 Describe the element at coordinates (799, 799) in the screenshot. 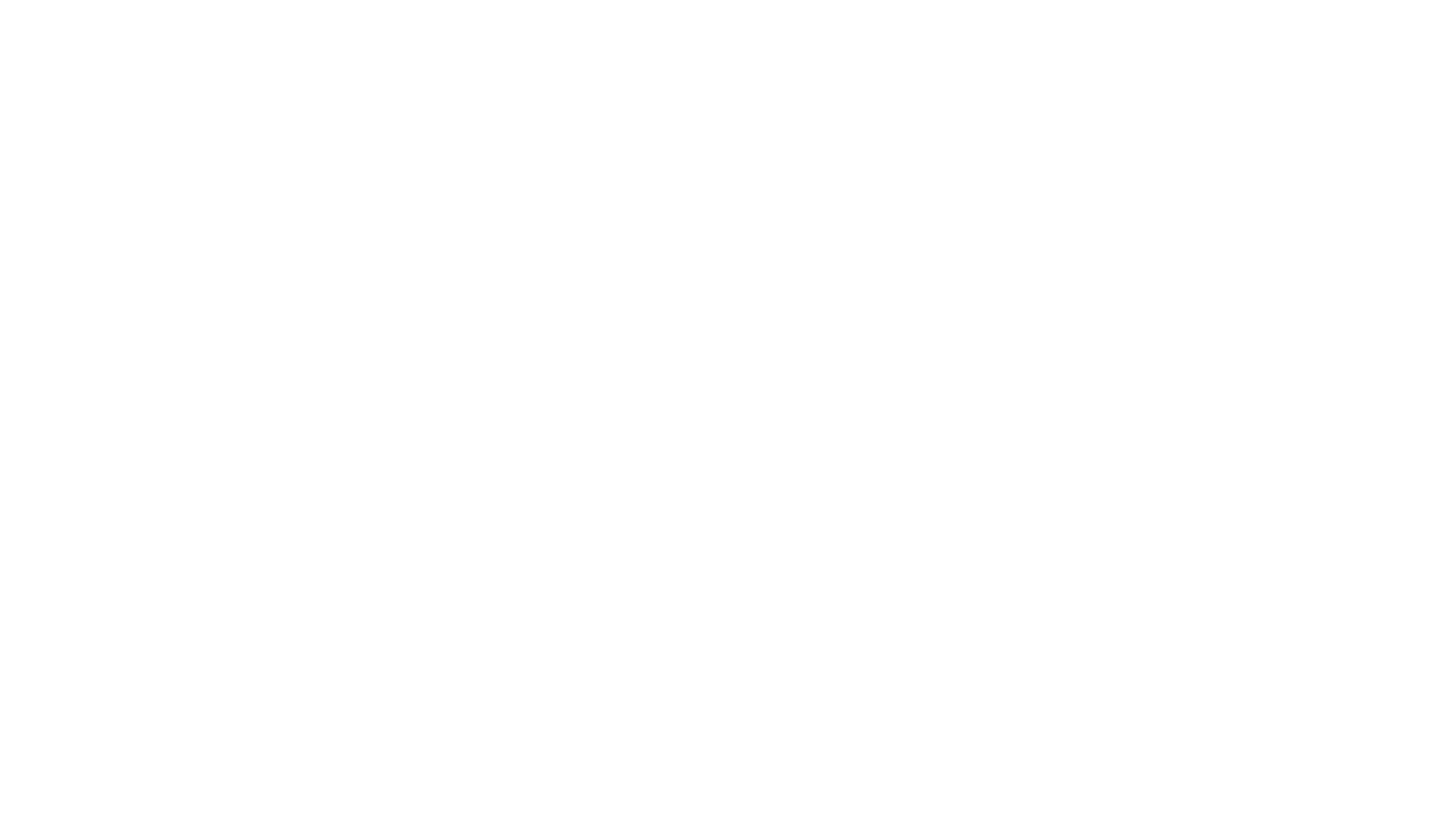

I see `'Cloudflare'` at that location.